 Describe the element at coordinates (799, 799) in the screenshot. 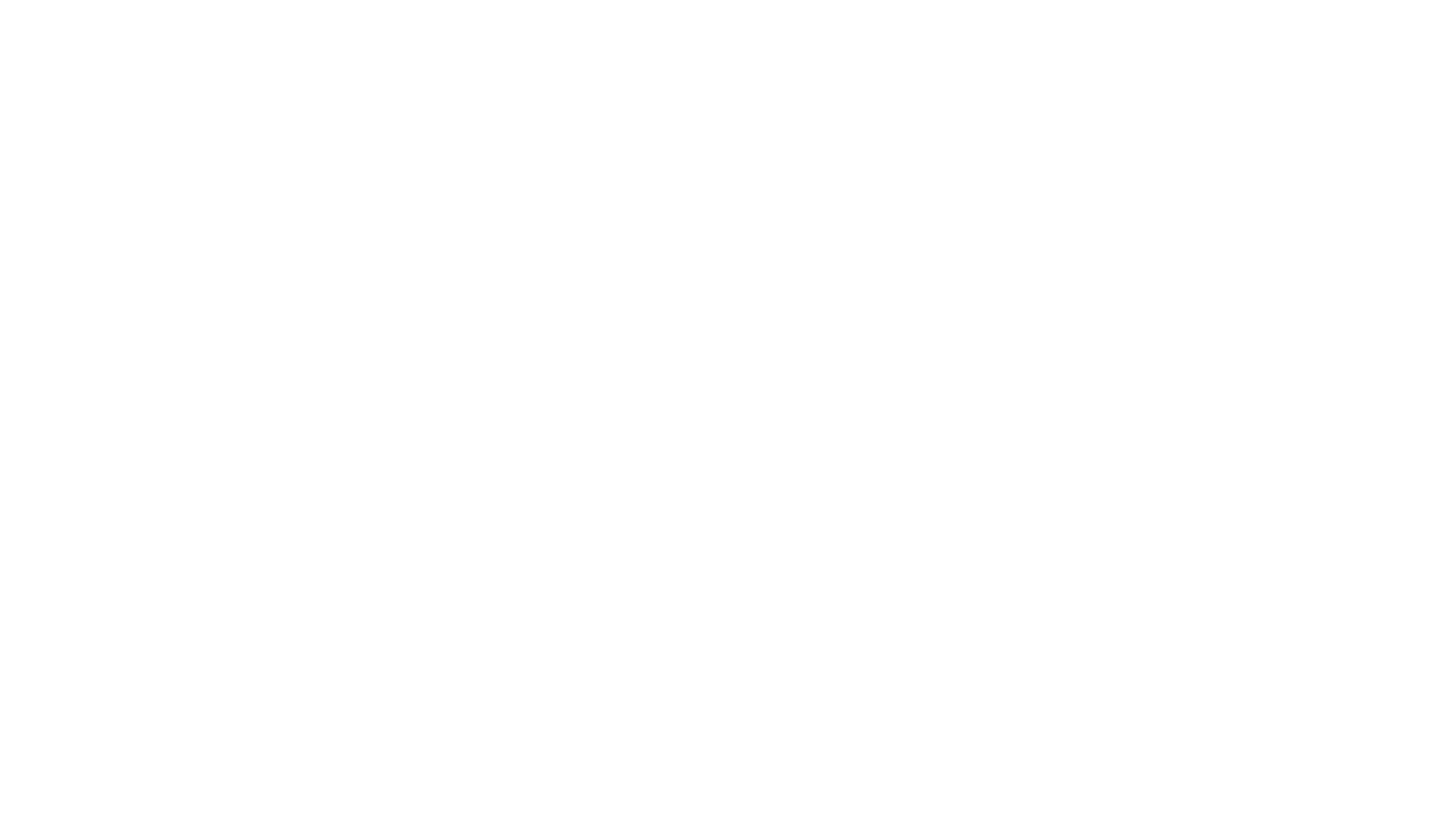

I see `'Cloudflare'` at that location.